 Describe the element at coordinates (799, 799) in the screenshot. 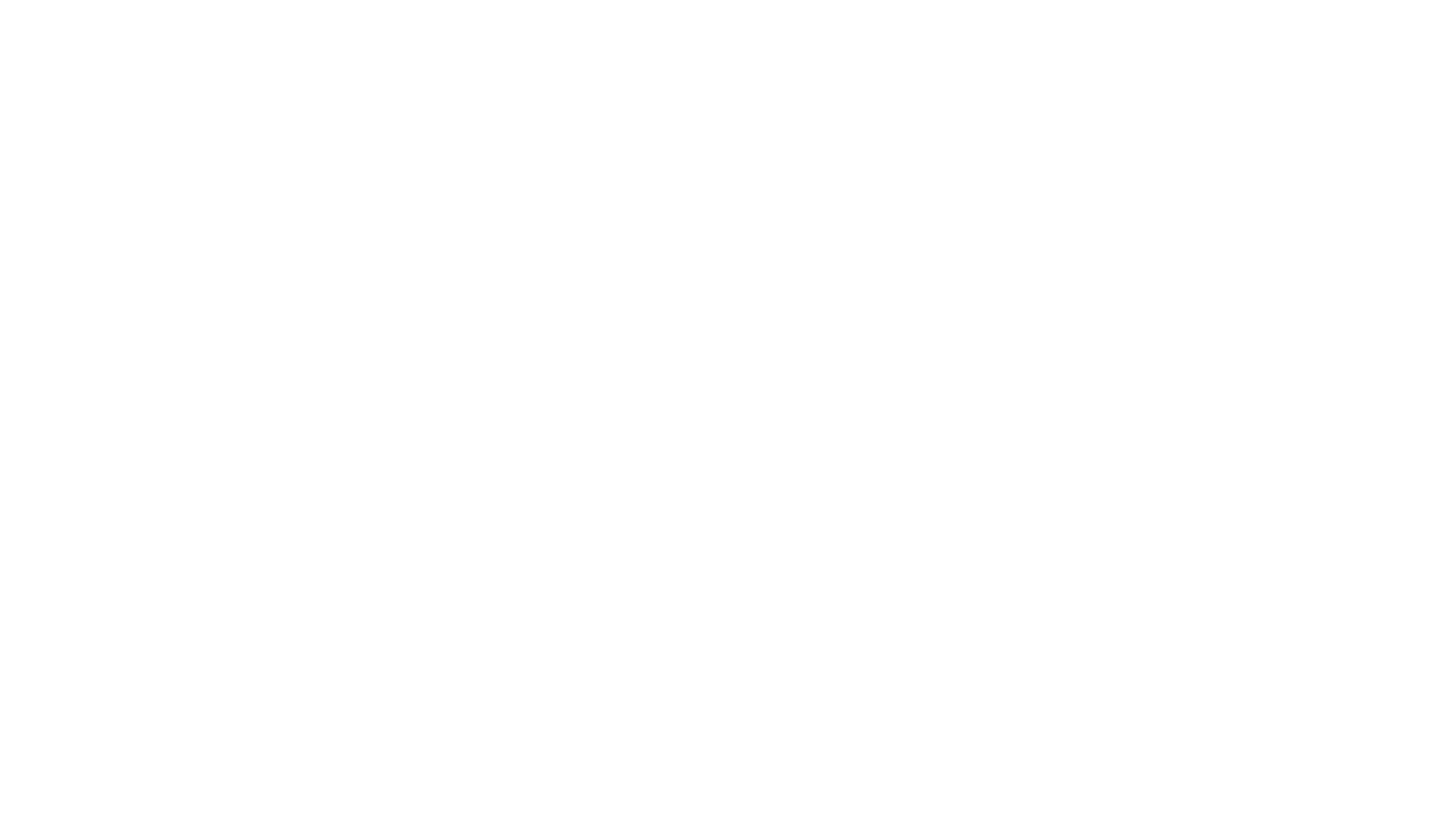

I see `'Cloudflare'` at that location.